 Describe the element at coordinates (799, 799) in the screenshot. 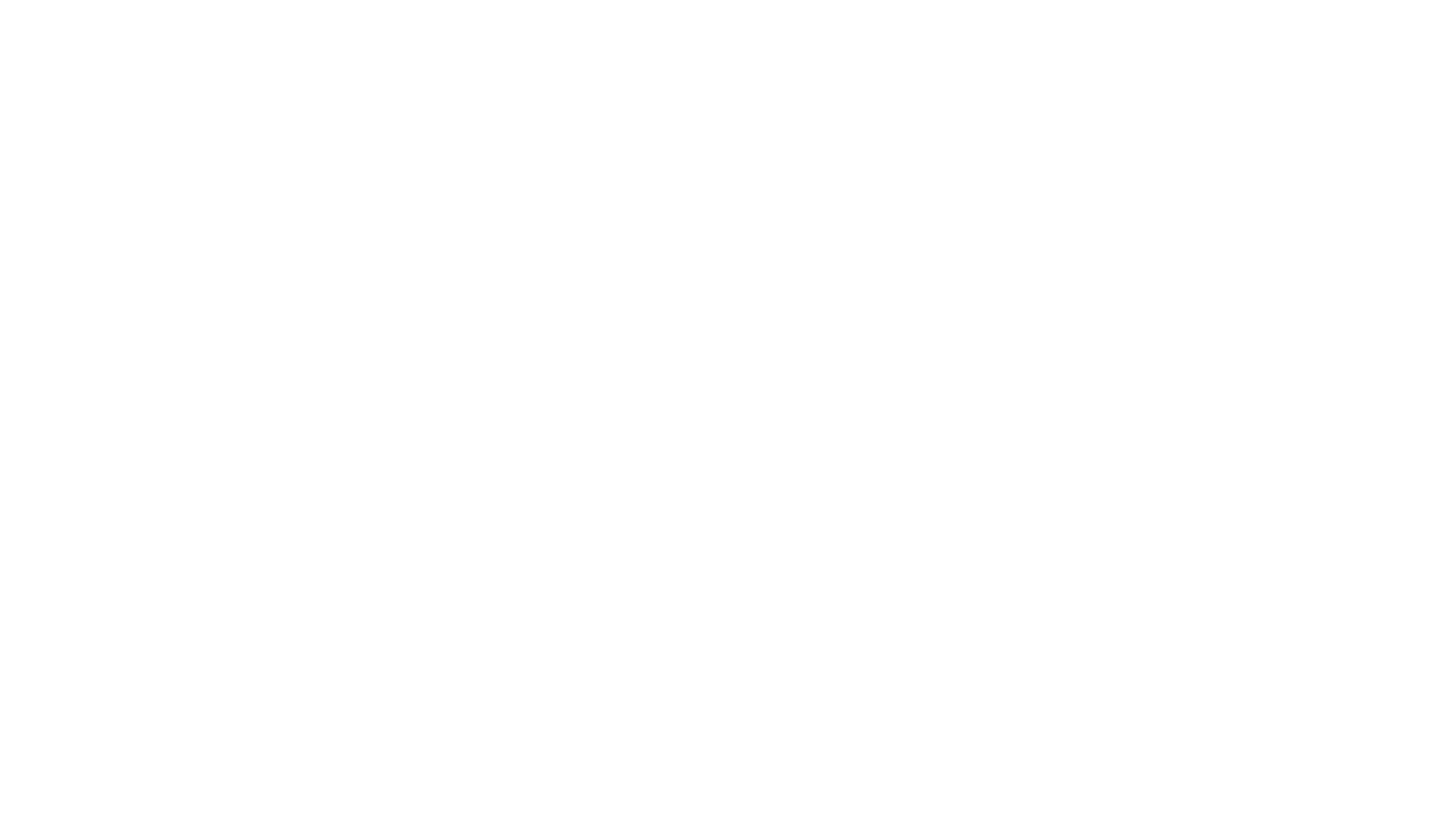

I see `'Cloudflare'` at that location.